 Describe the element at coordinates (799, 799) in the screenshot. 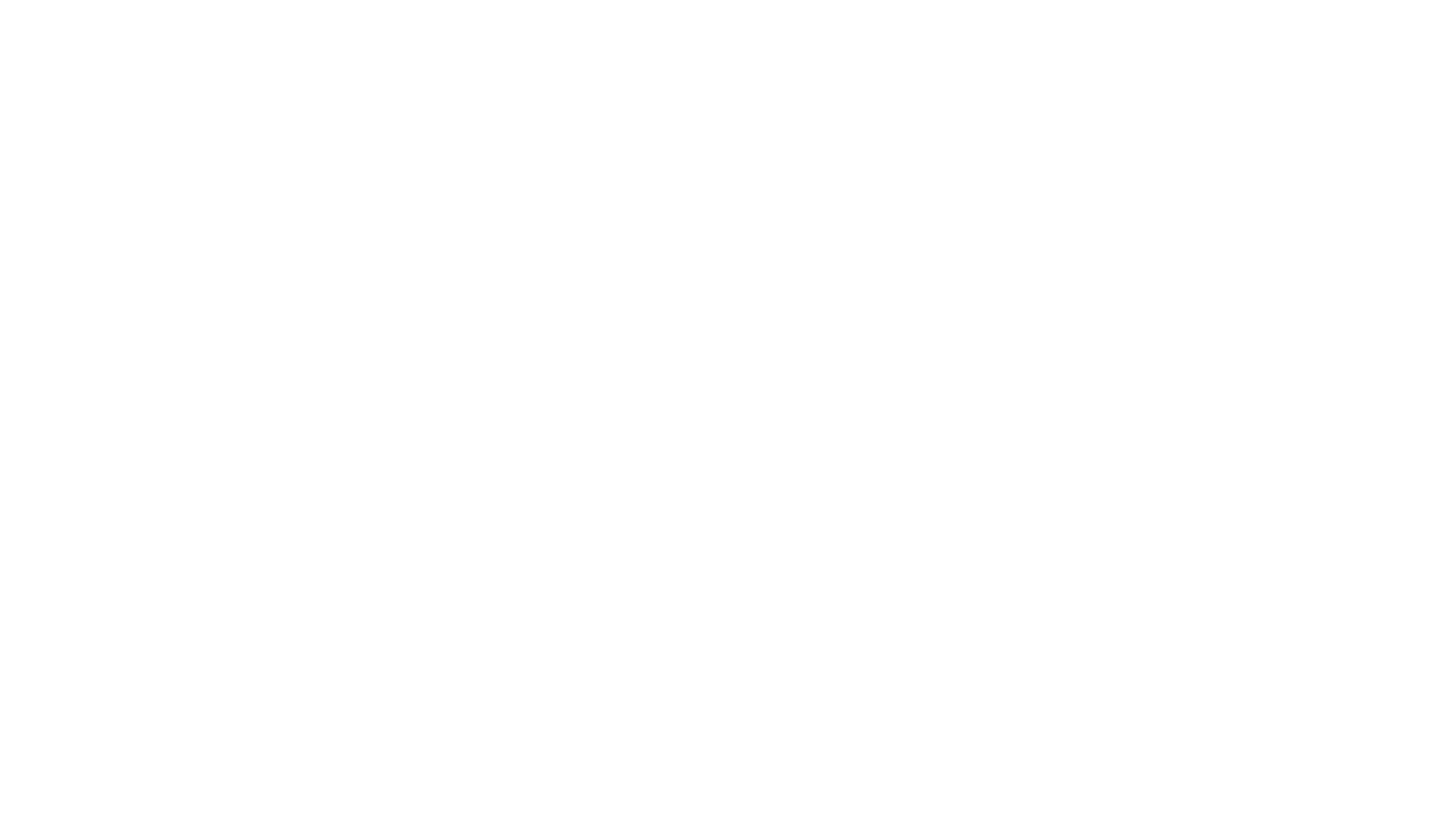

I see `'Cloudflare'` at that location.